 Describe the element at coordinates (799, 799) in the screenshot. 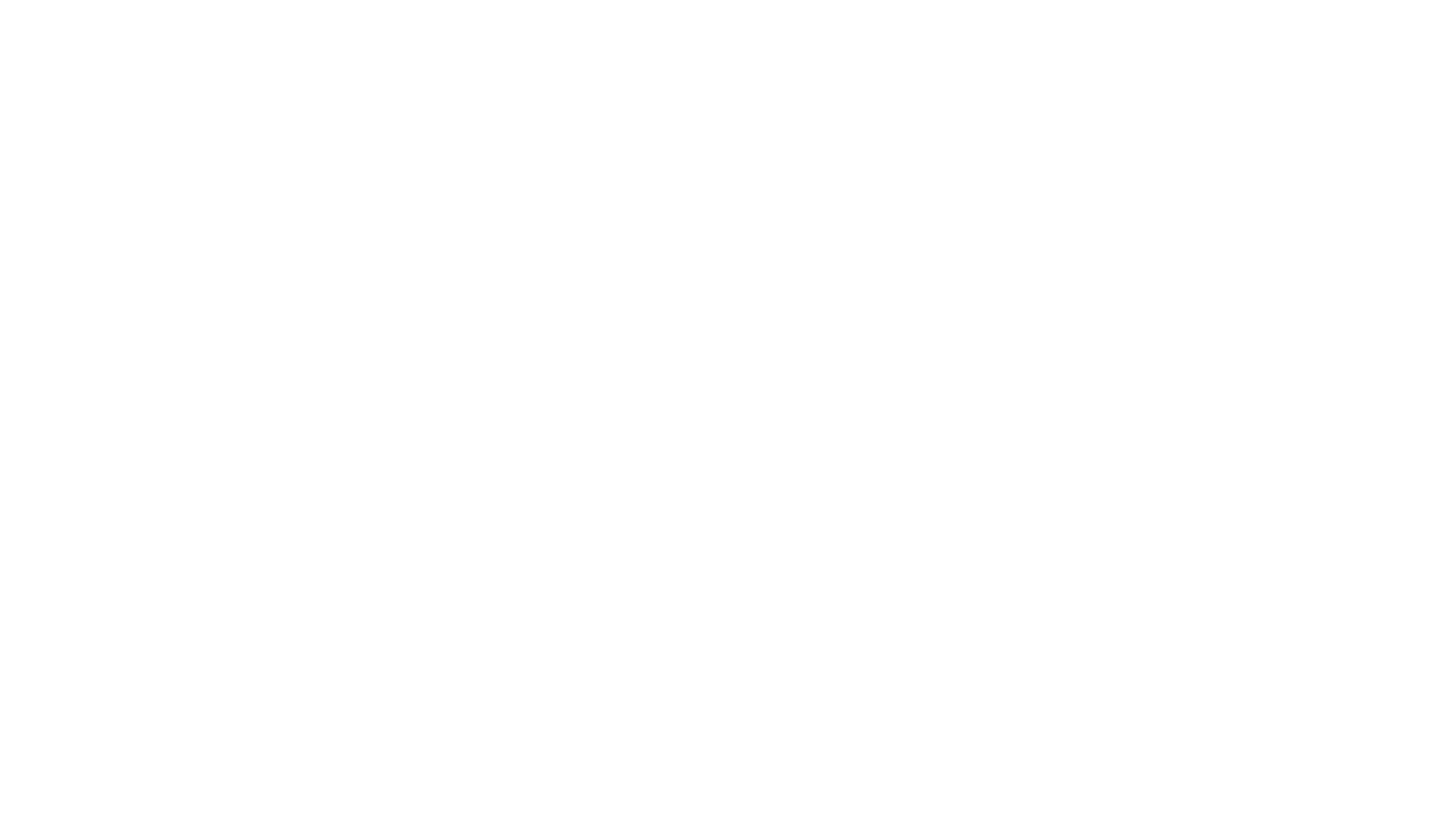

I see `'Cloudflare'` at that location.